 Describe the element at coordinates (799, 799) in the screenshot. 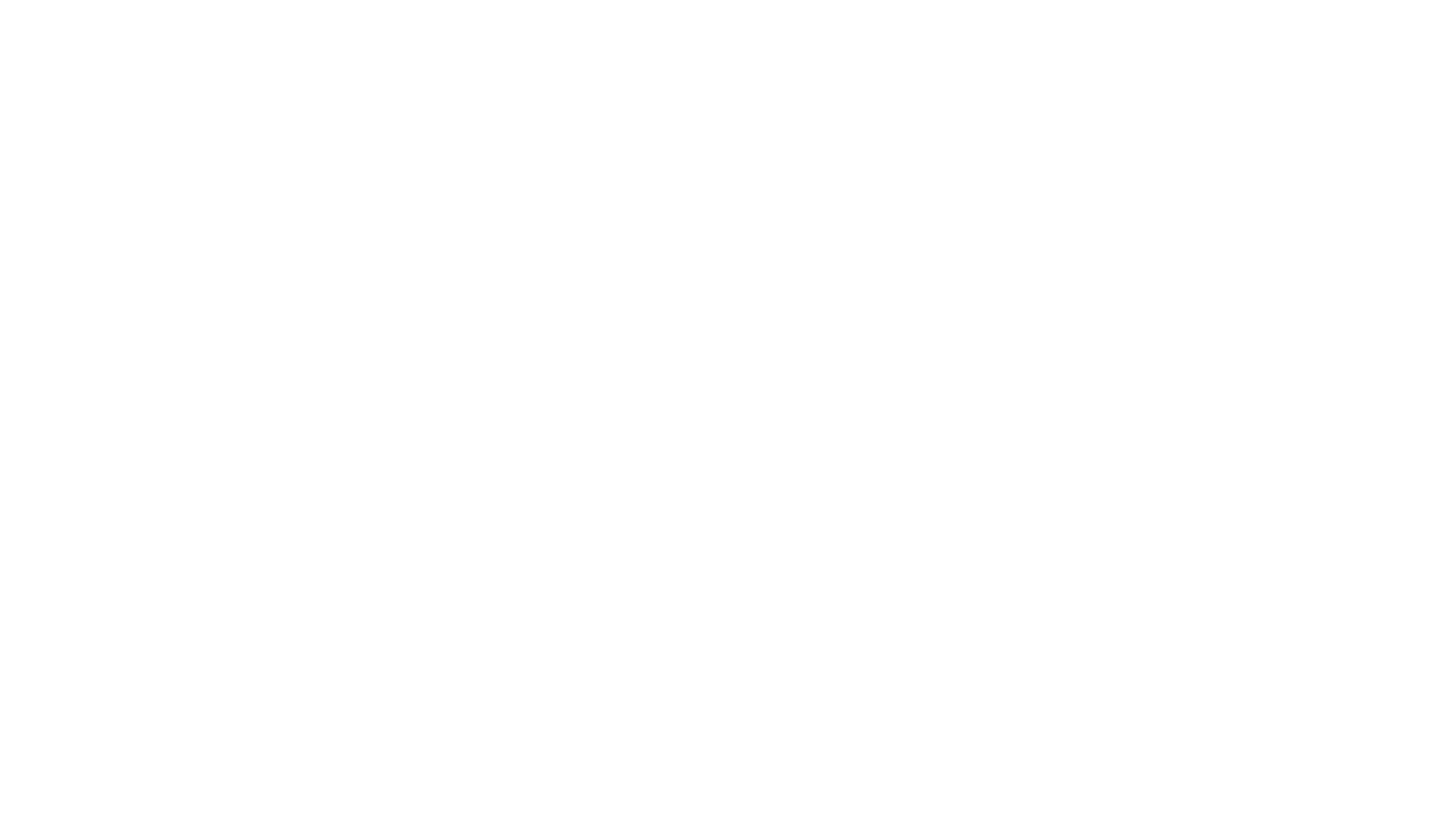

I see `'Cloudflare'` at that location.